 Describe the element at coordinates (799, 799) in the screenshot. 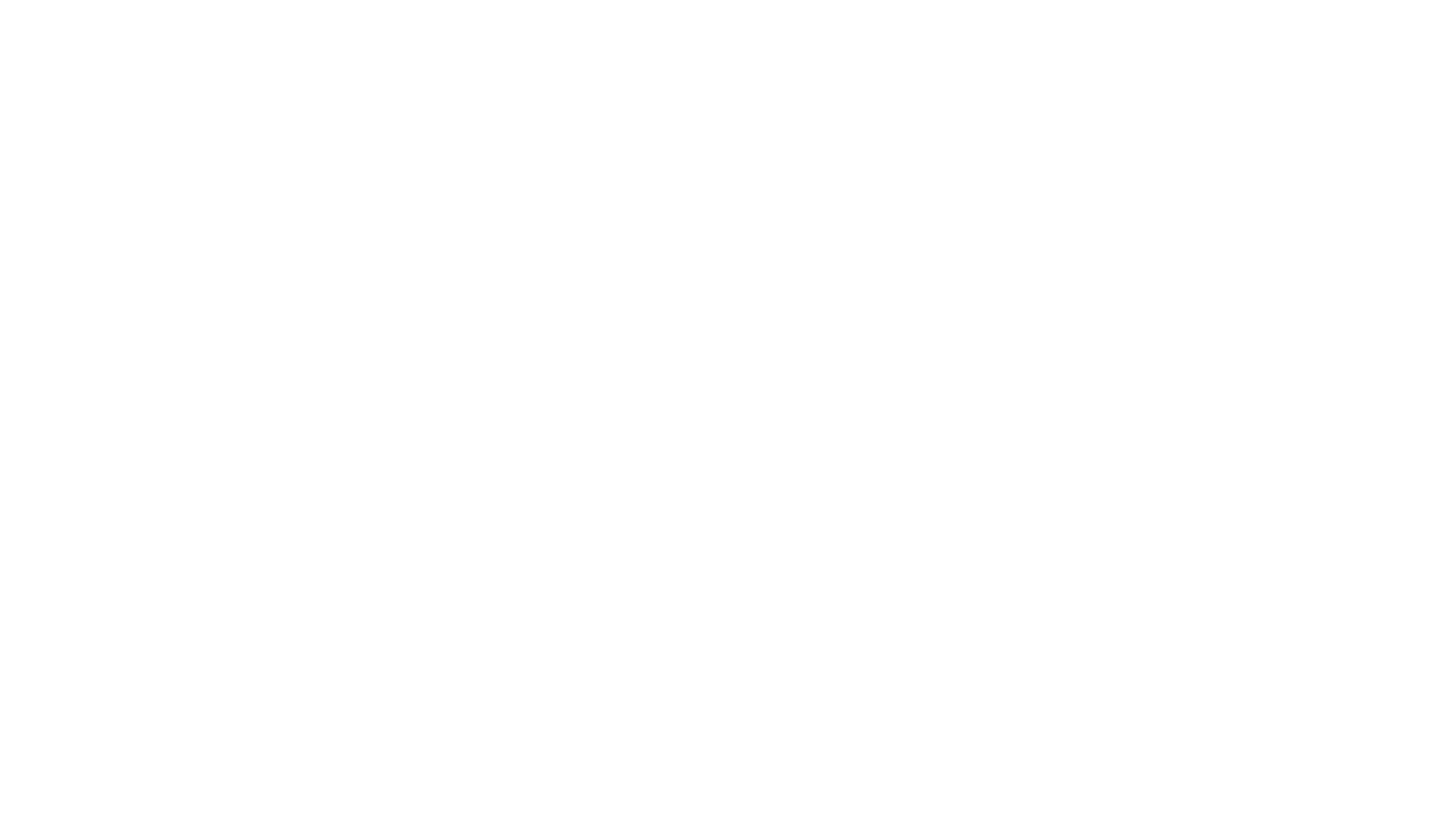

I see `'Cloudflare'` at that location.